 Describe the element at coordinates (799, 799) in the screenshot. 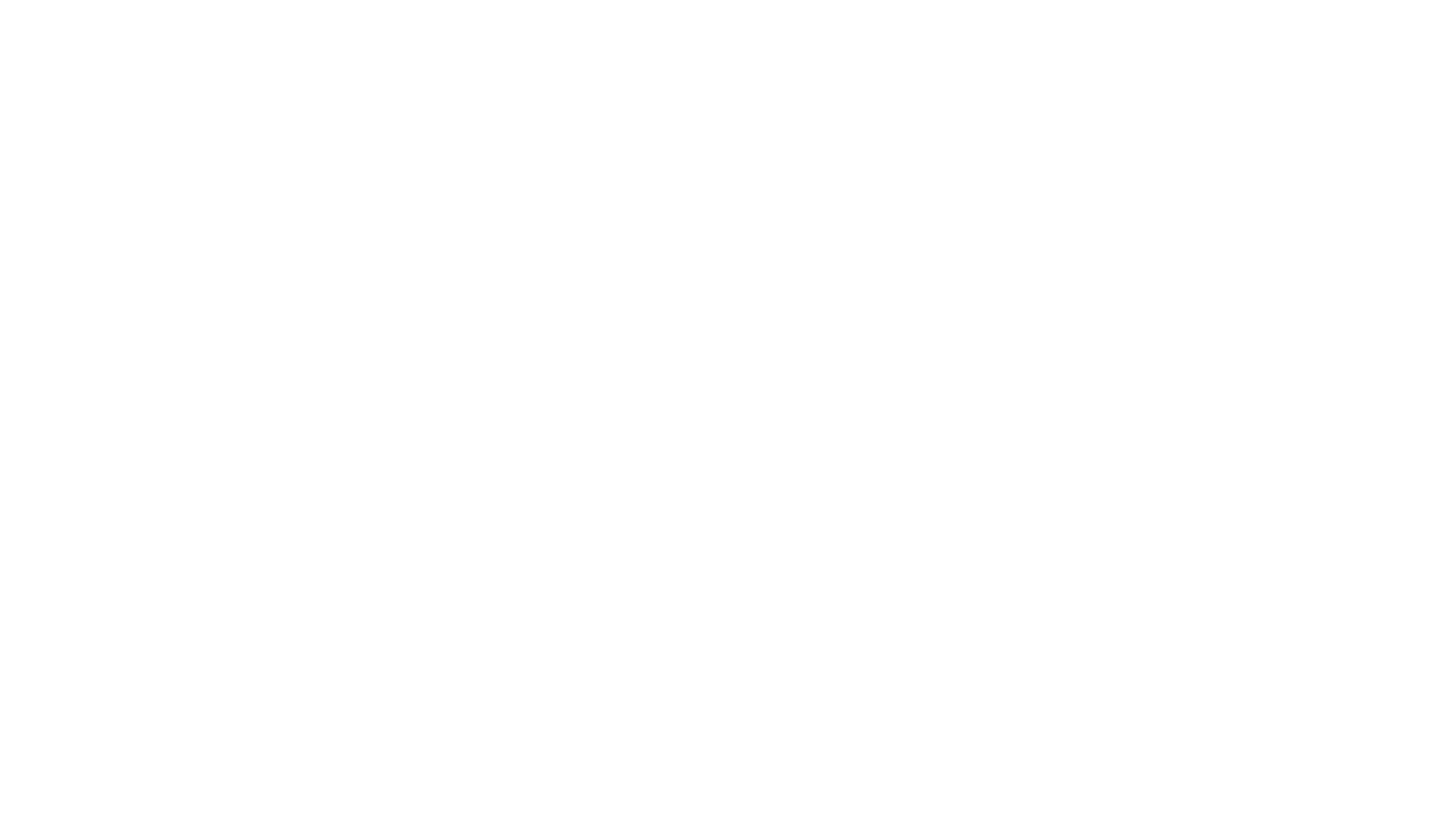

I see `'Cloudflare'` at that location.